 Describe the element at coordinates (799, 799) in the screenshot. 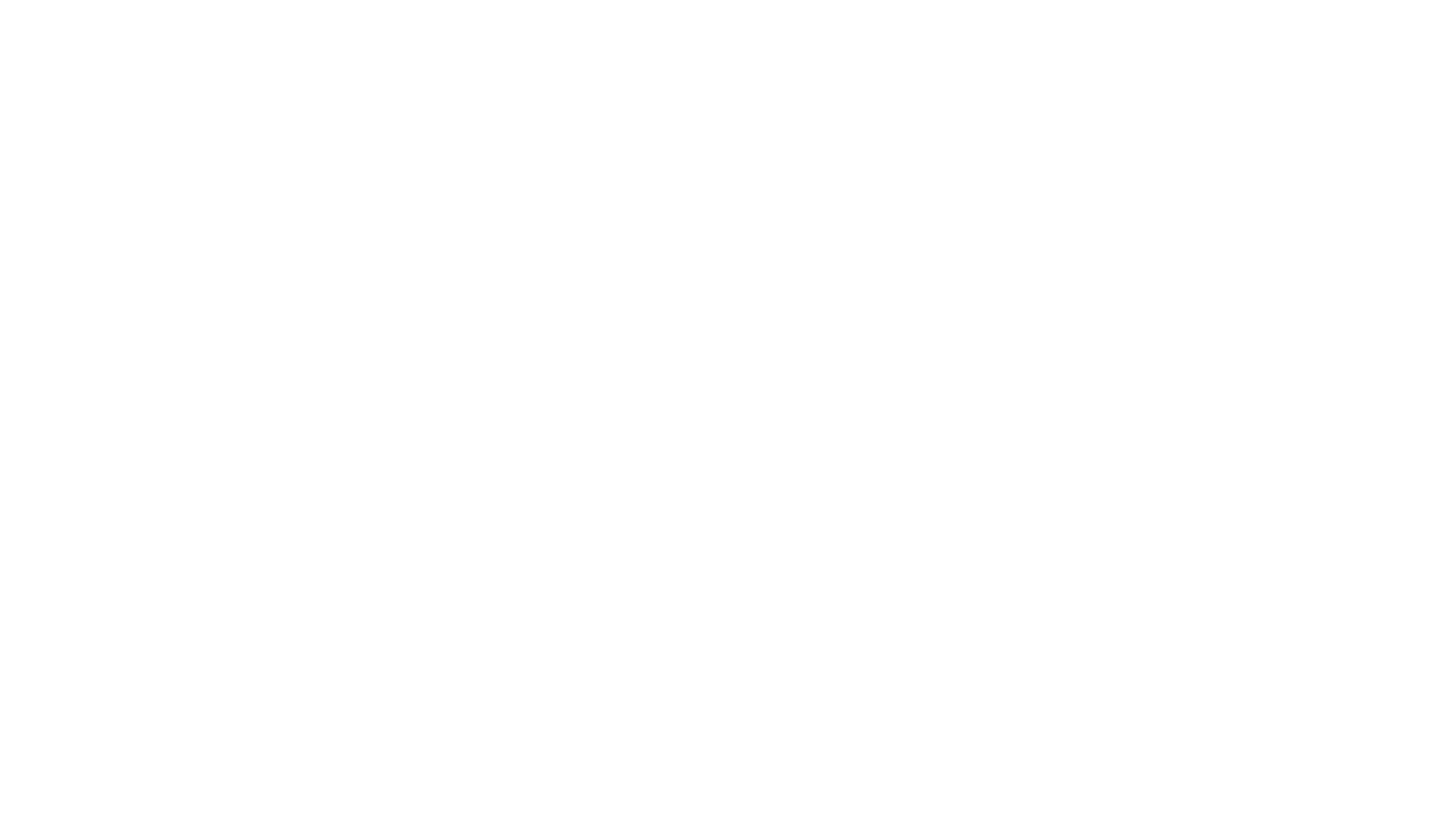

I see `'Cloudflare'` at that location.